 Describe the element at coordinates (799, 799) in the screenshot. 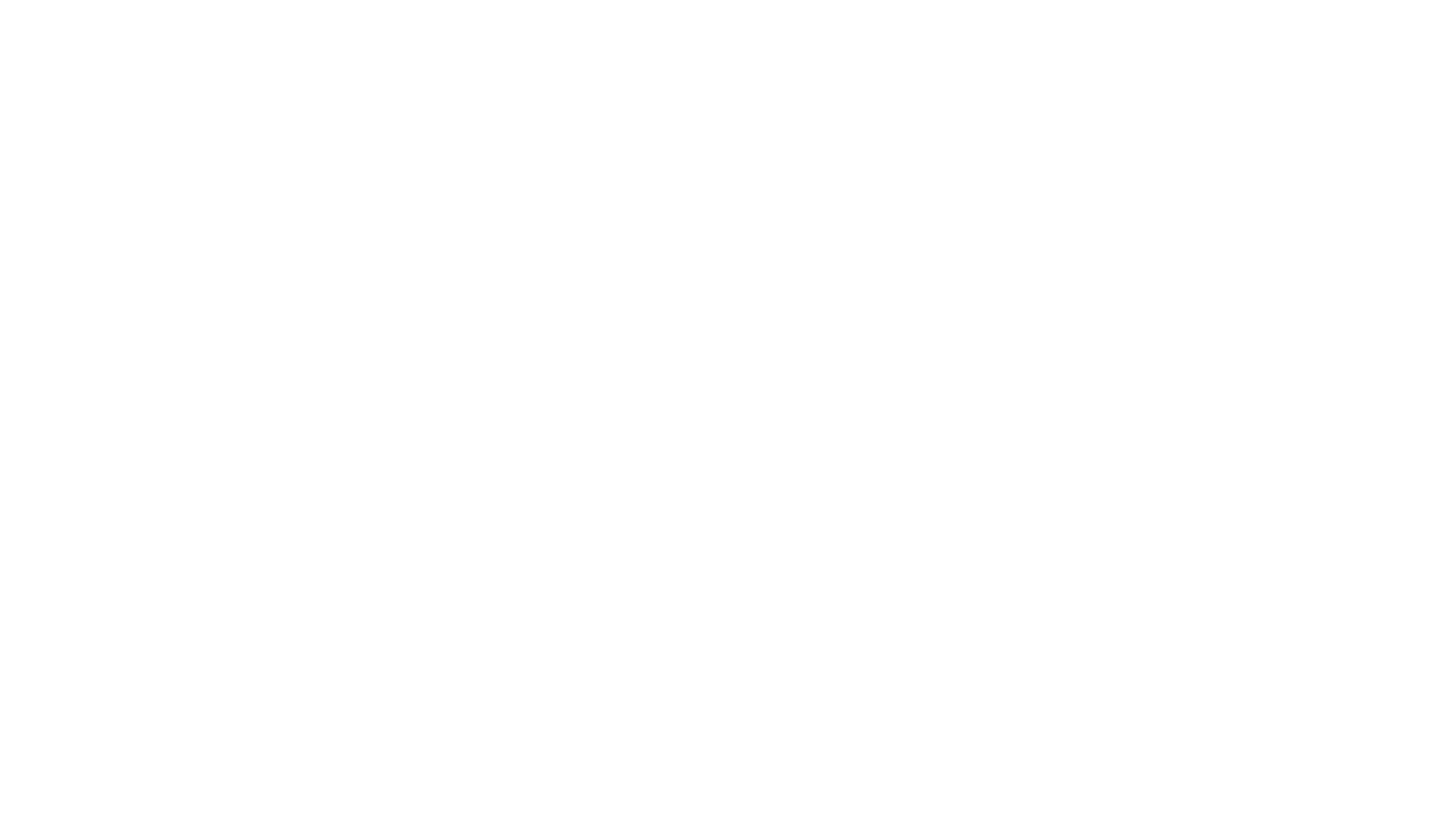

I see `'Cloudflare'` at that location.